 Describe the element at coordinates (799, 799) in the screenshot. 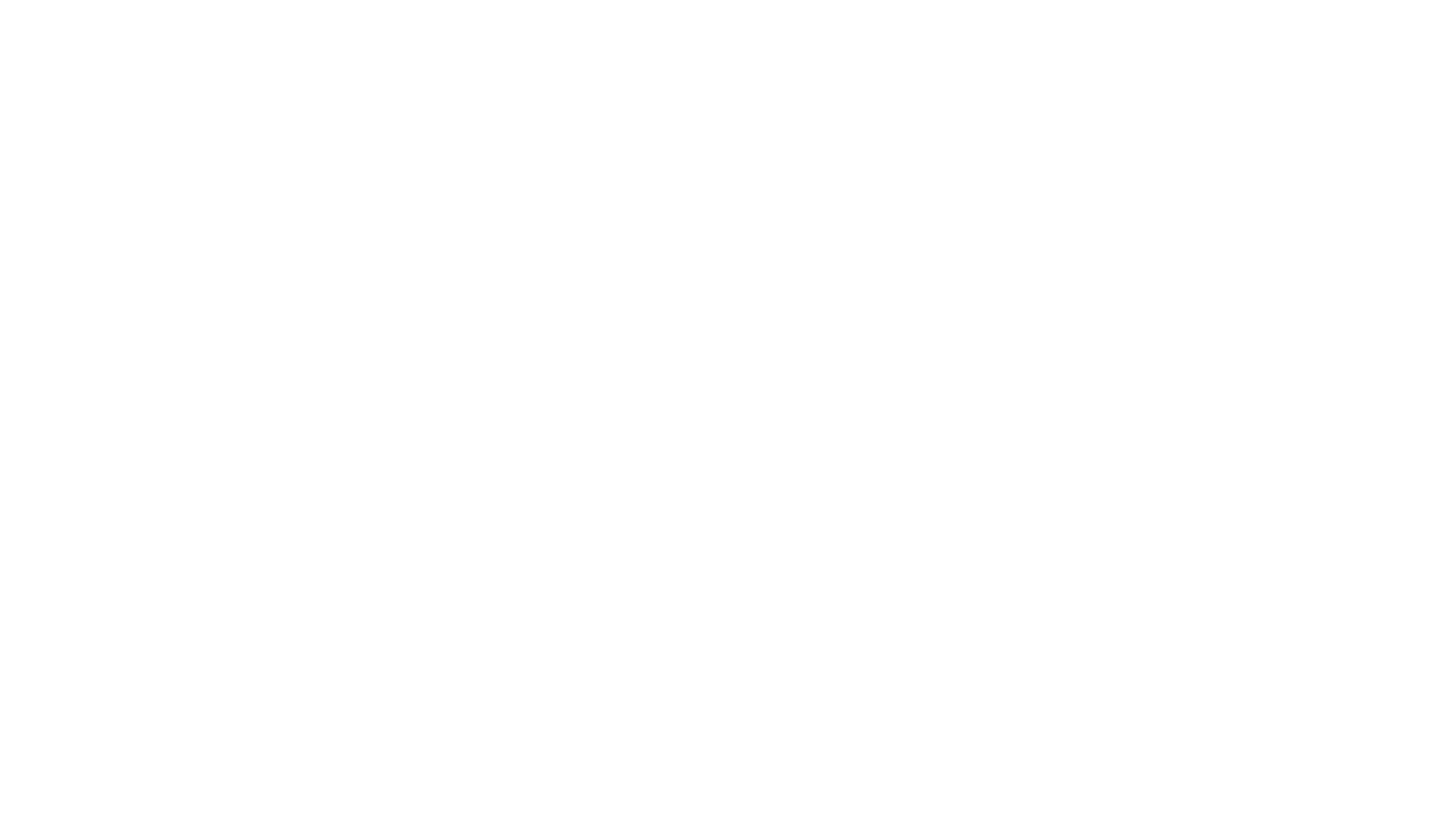

I see `'Cloudflare'` at that location.